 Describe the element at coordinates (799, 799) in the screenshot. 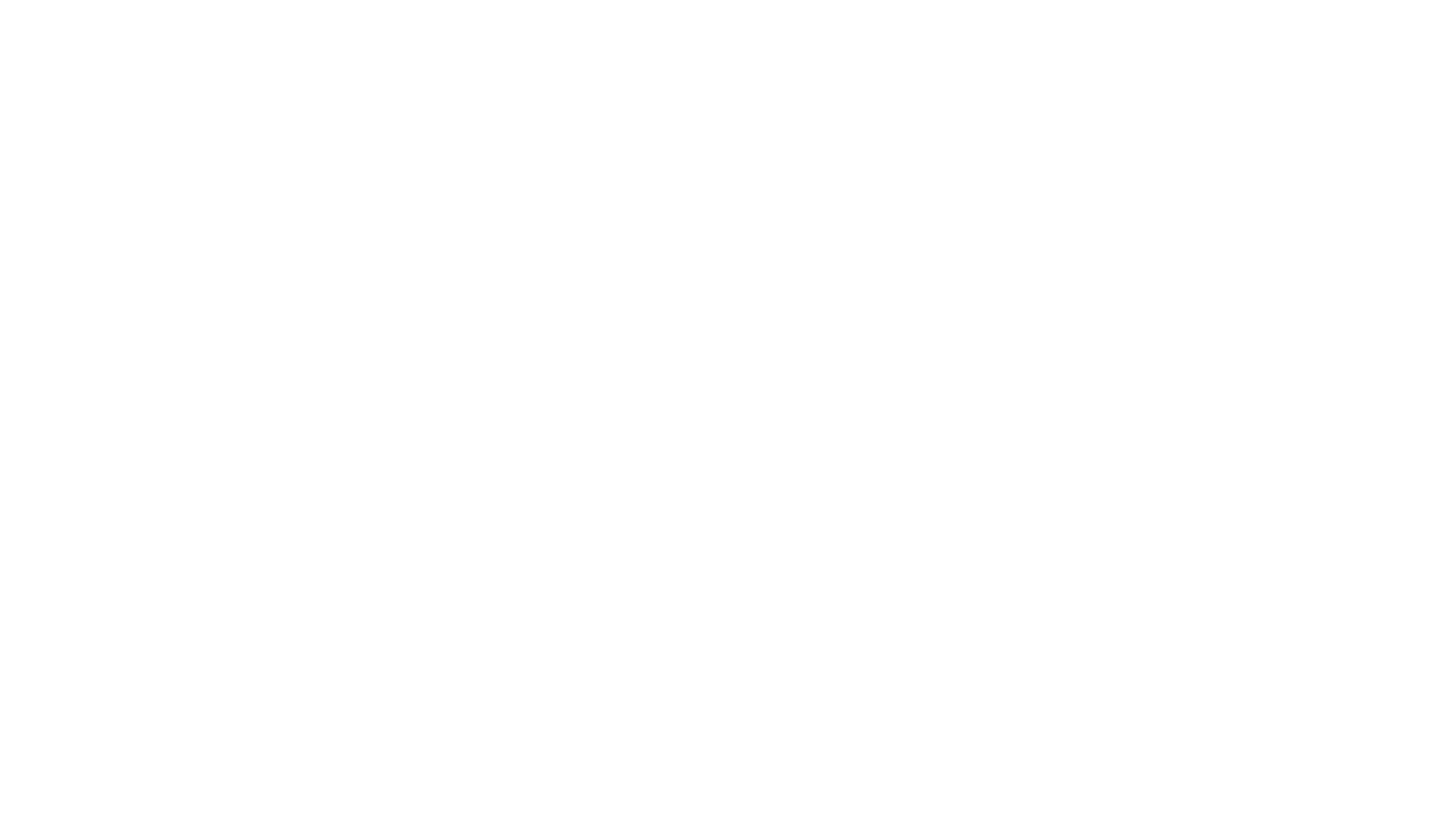

I see `'Cloudflare'` at that location.